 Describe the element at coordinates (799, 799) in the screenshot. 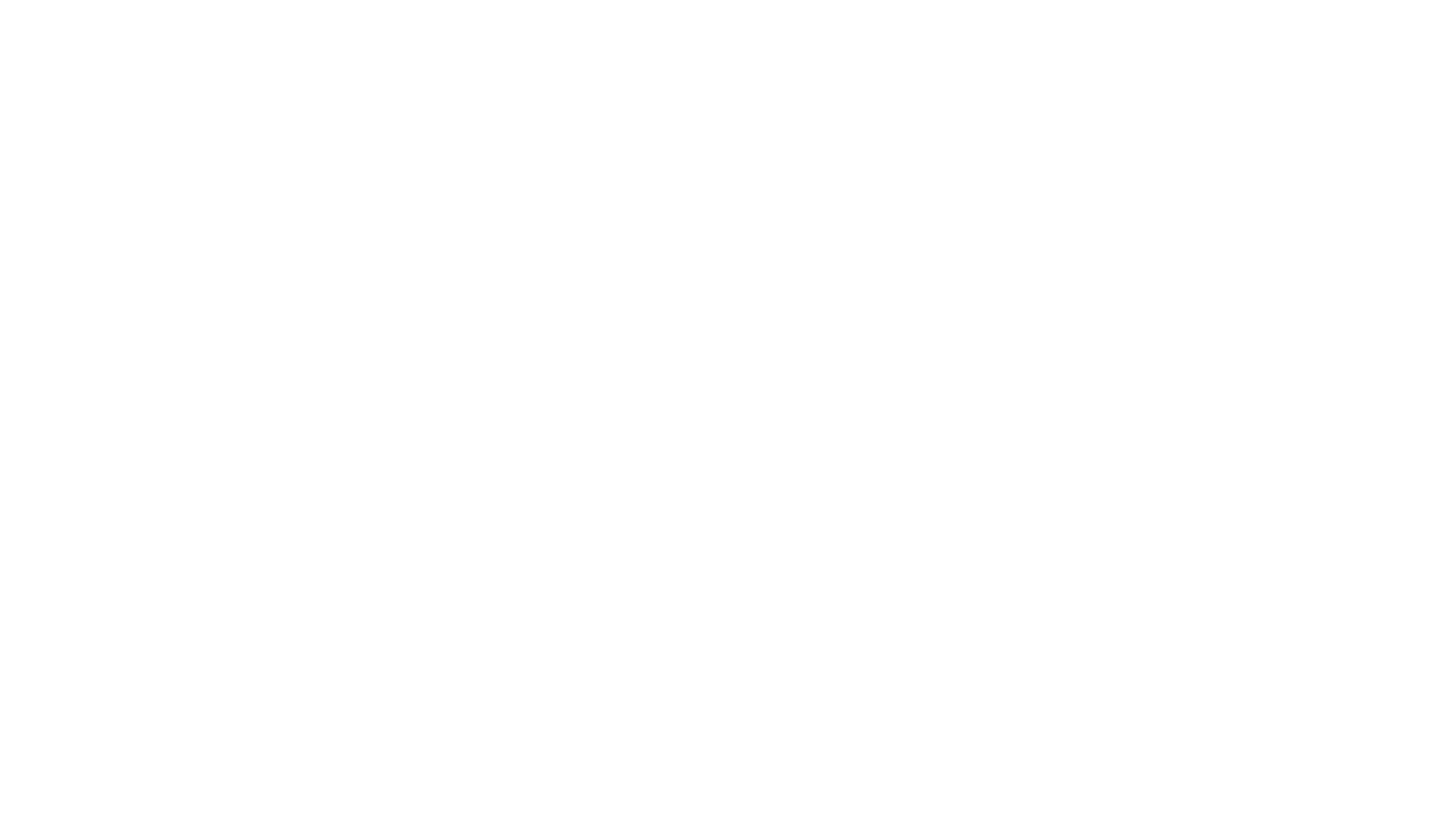

I see `'Cloudflare'` at that location.